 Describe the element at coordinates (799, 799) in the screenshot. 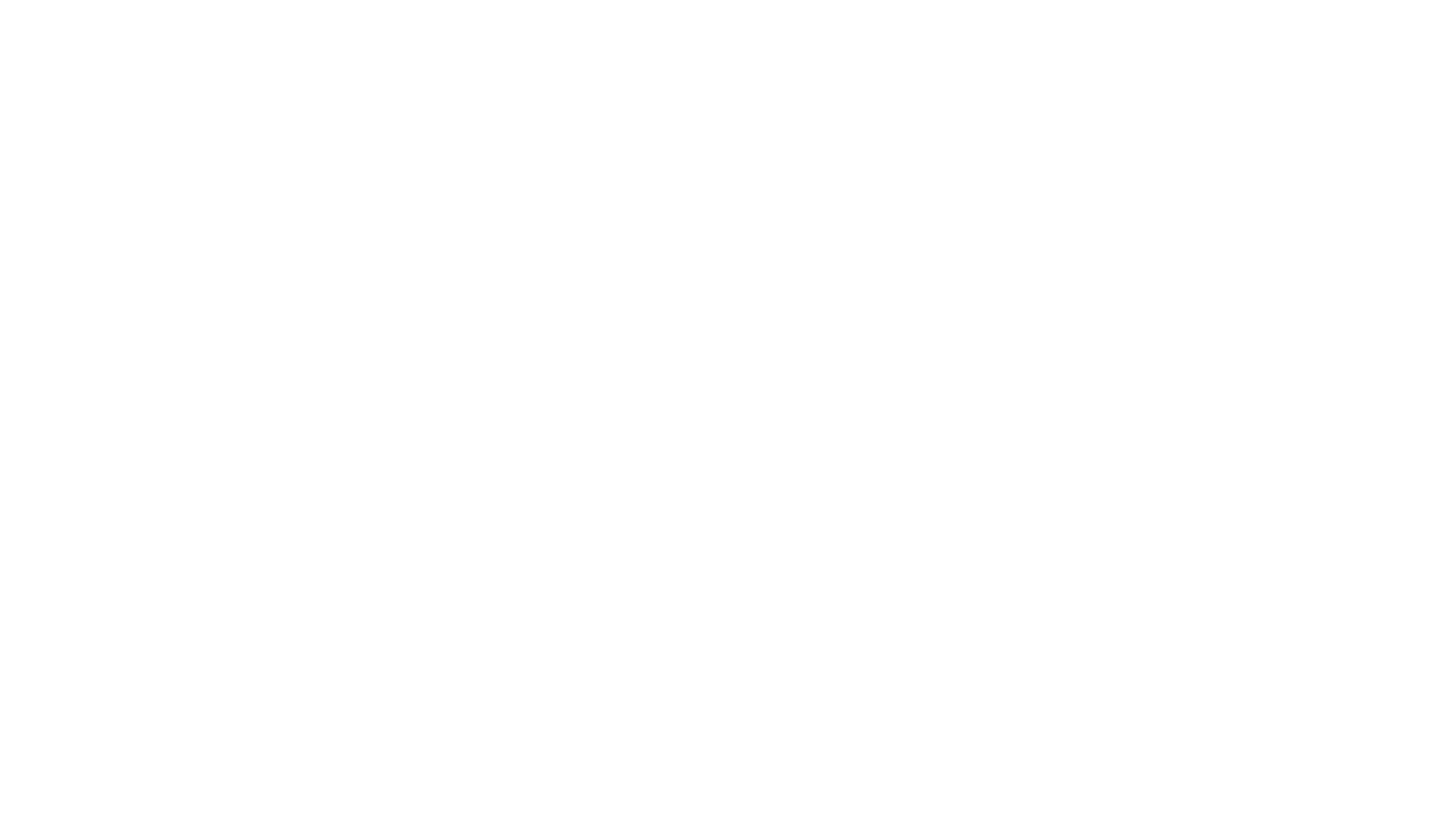

I see `'Cloudflare'` at that location.